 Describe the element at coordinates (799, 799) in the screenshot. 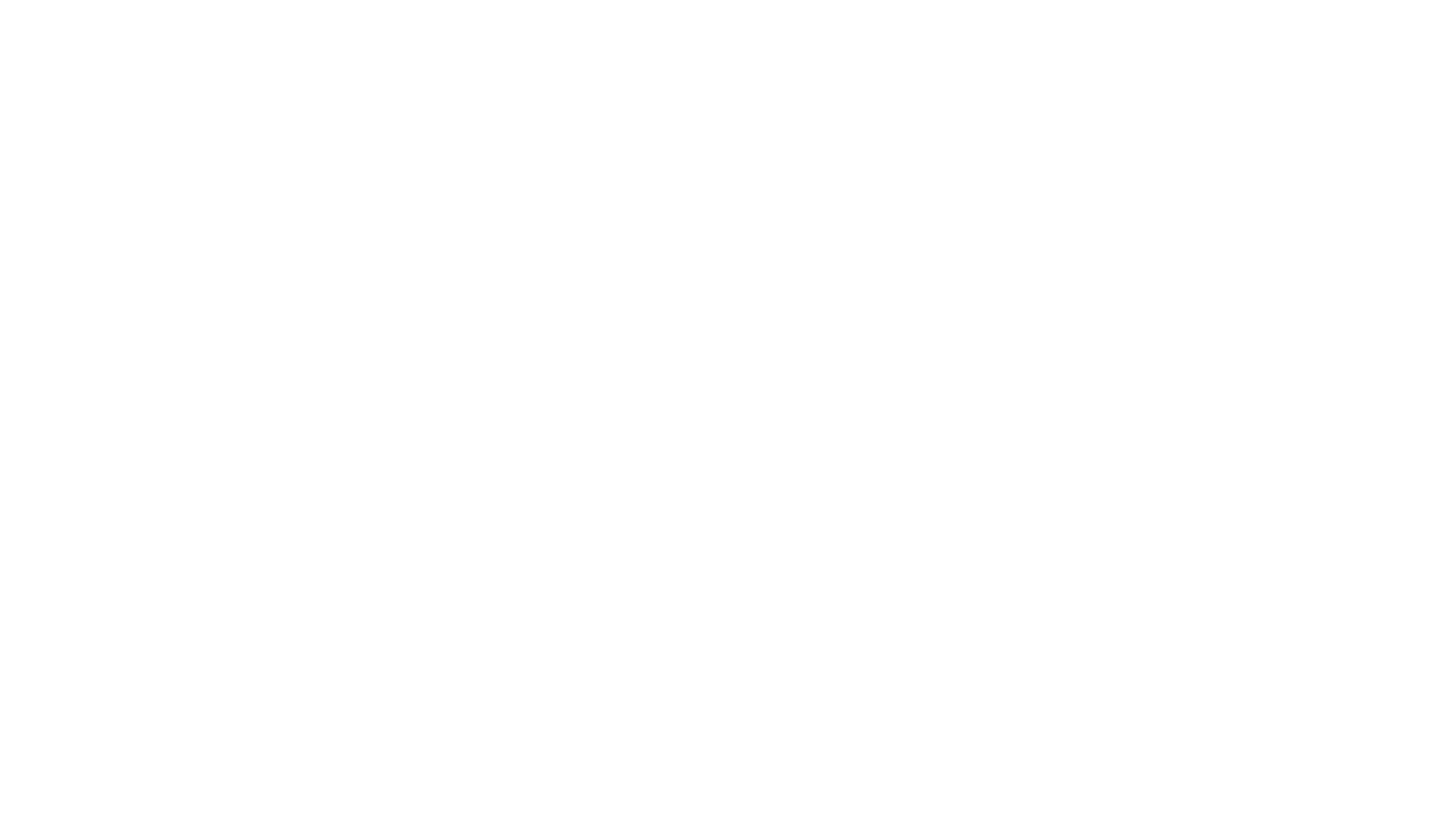

I see `'Cloudflare'` at that location.